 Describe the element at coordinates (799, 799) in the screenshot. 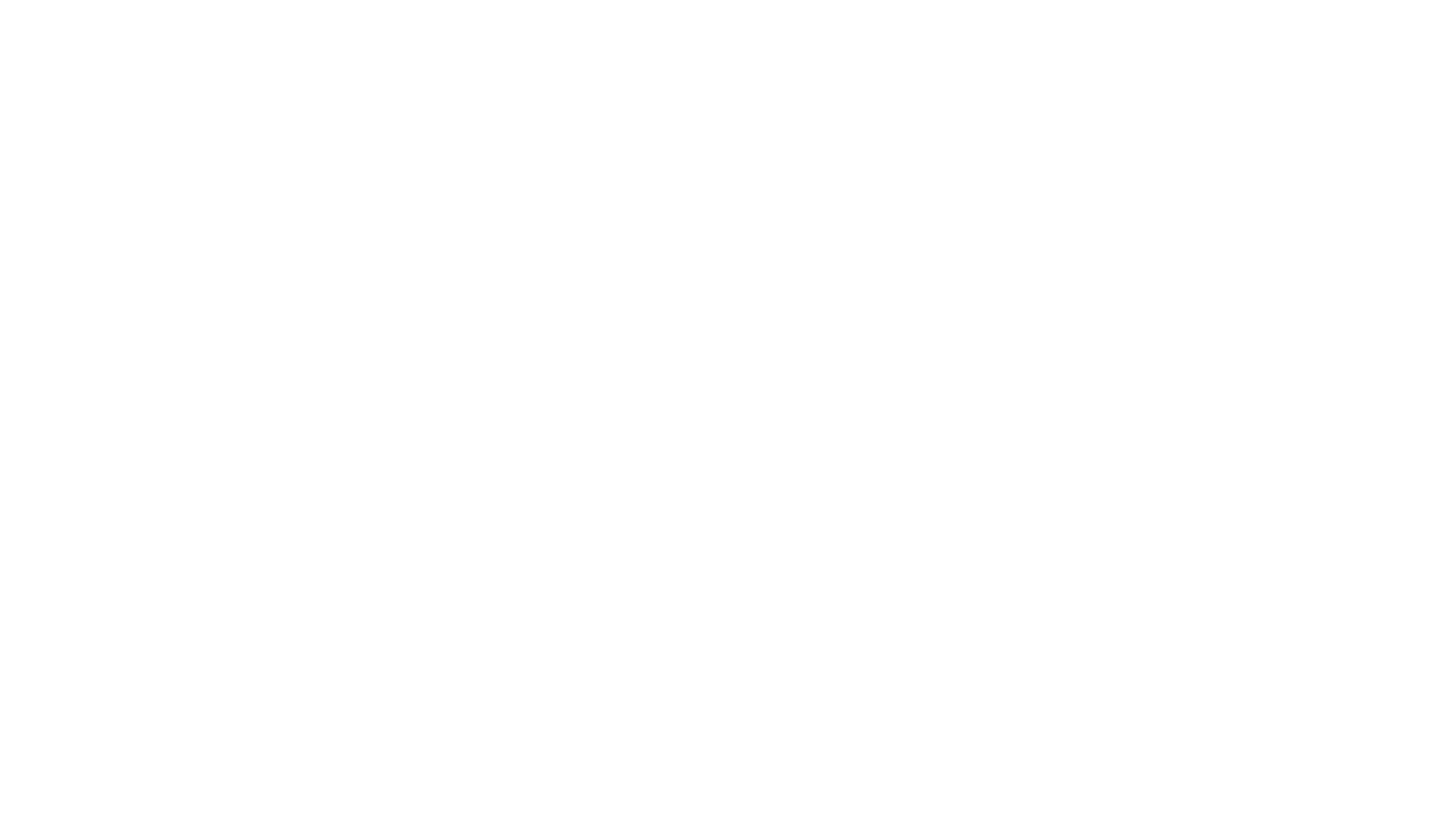

I see `'Cloudflare'` at that location.